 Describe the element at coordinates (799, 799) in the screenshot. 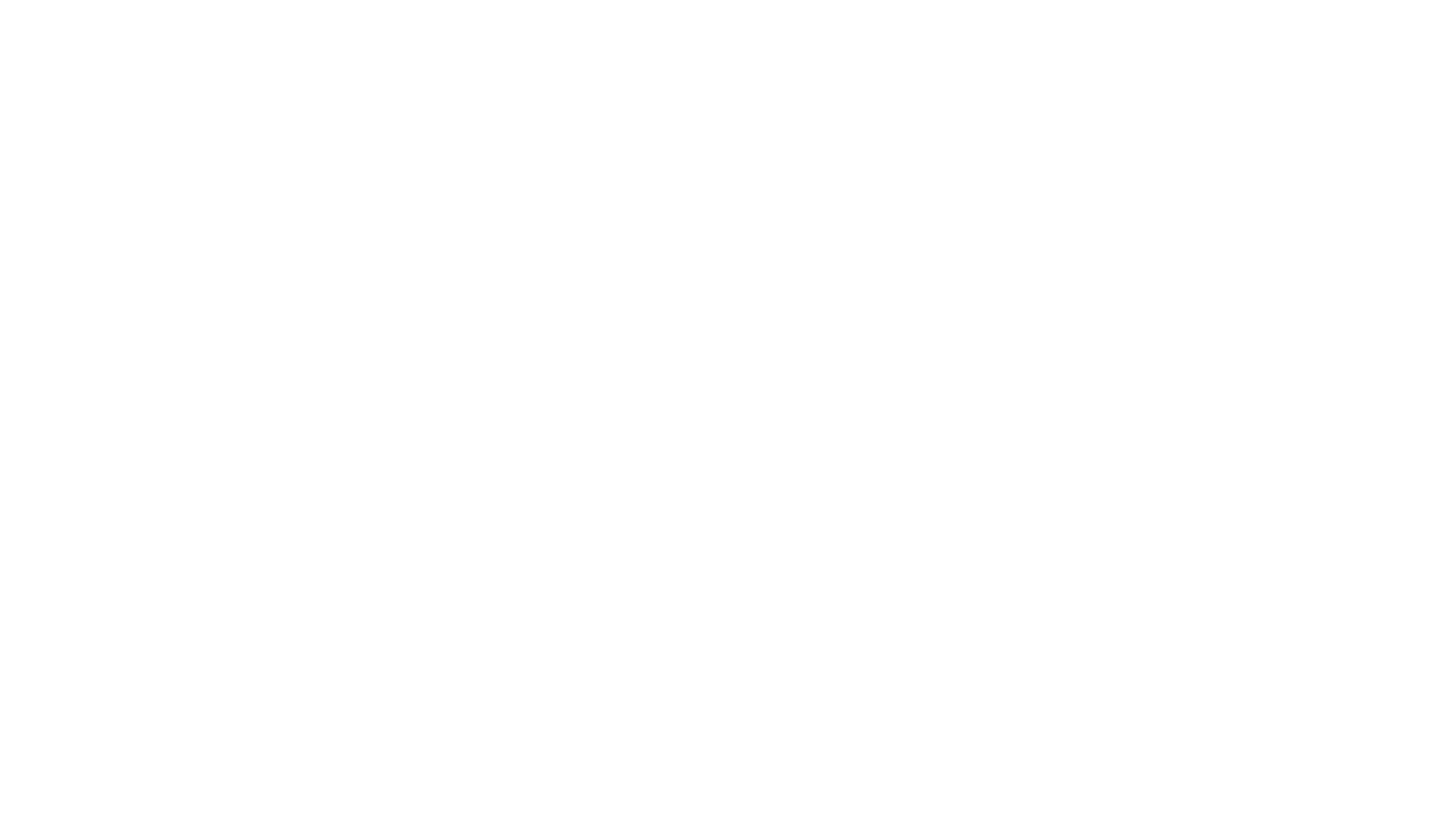

I see `'Cloudflare'` at that location.